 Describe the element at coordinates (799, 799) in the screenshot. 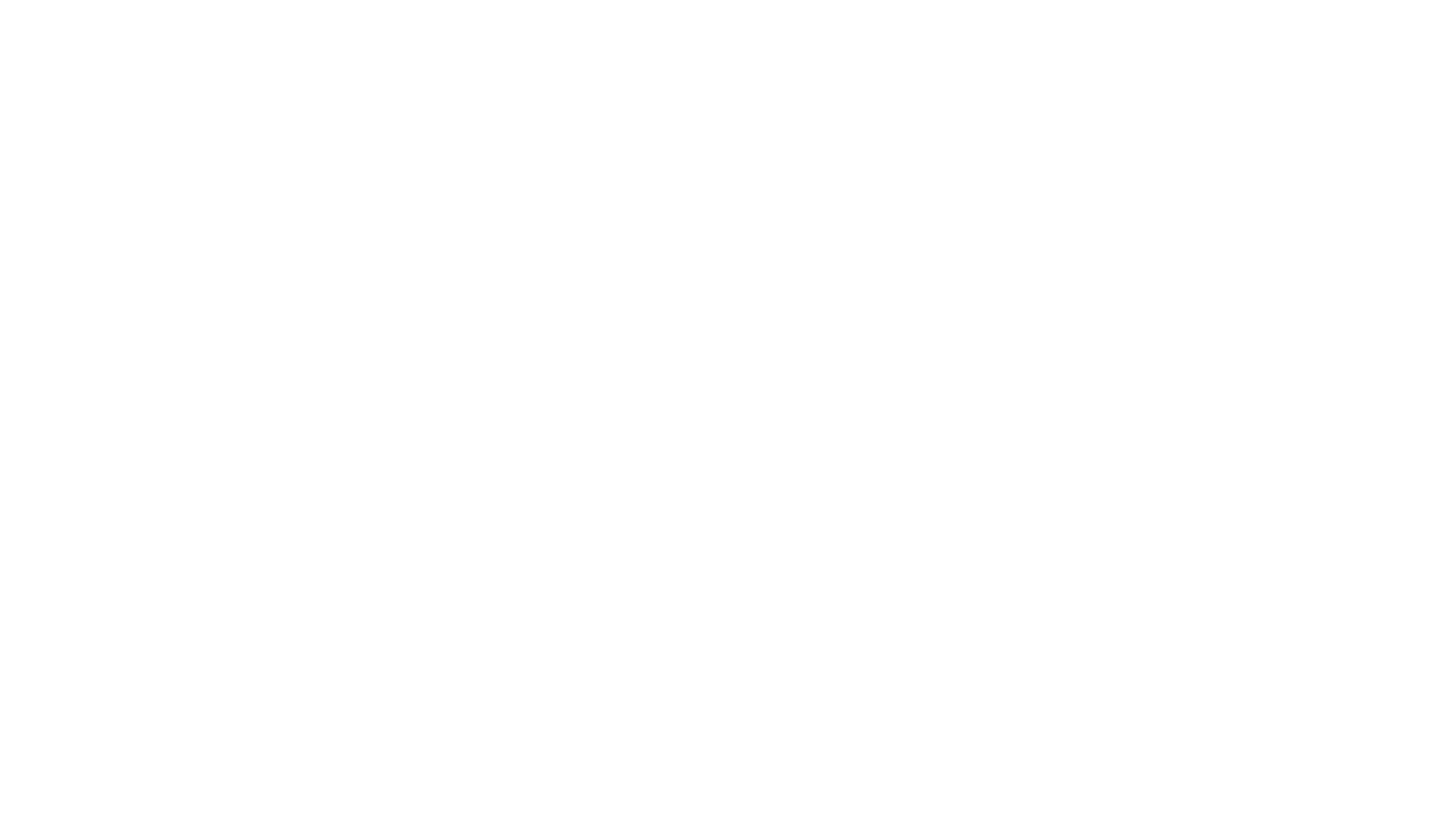

I see `'Cloudflare'` at that location.